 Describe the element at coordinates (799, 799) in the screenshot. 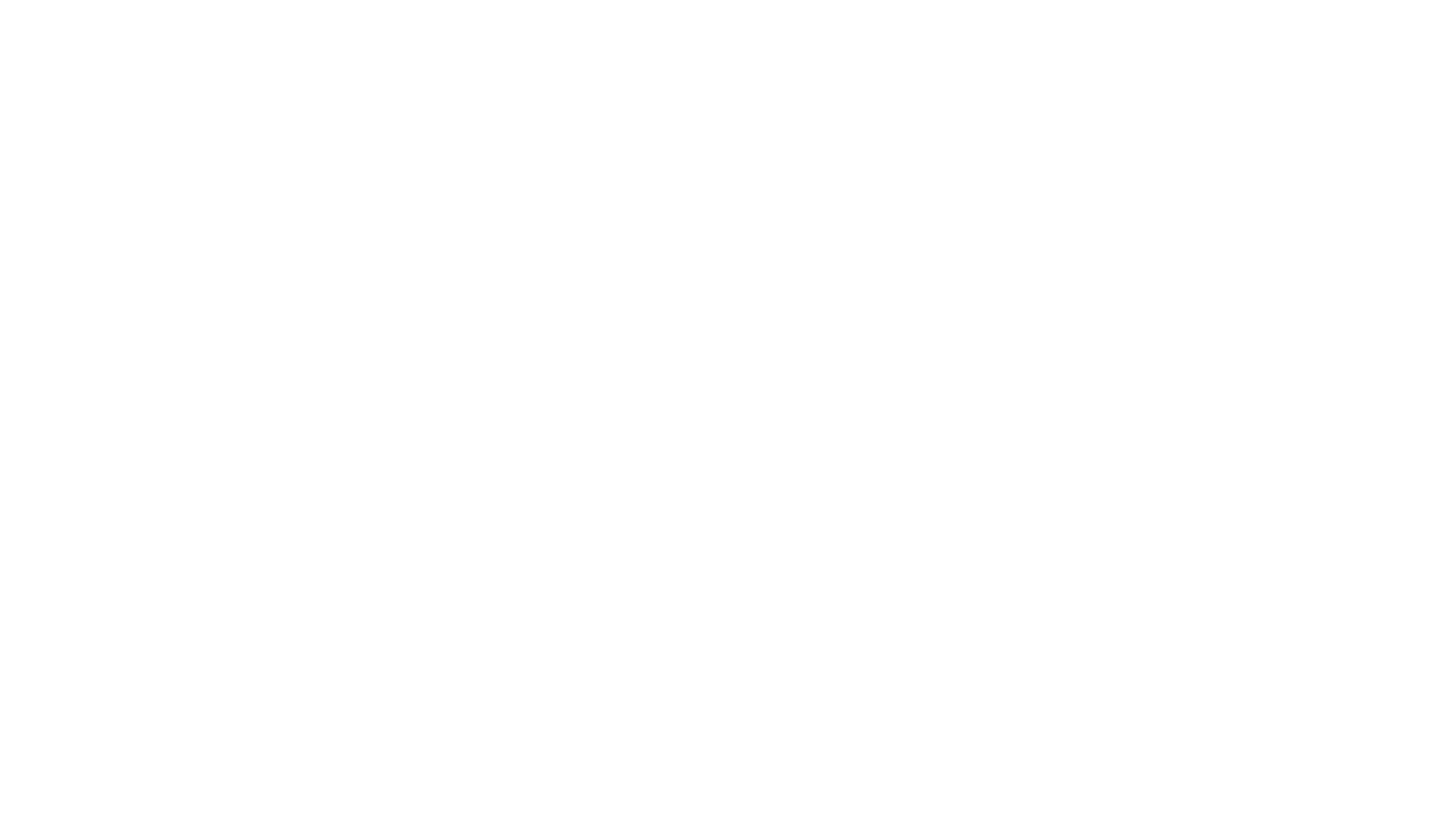

I see `'Cloudflare'` at that location.